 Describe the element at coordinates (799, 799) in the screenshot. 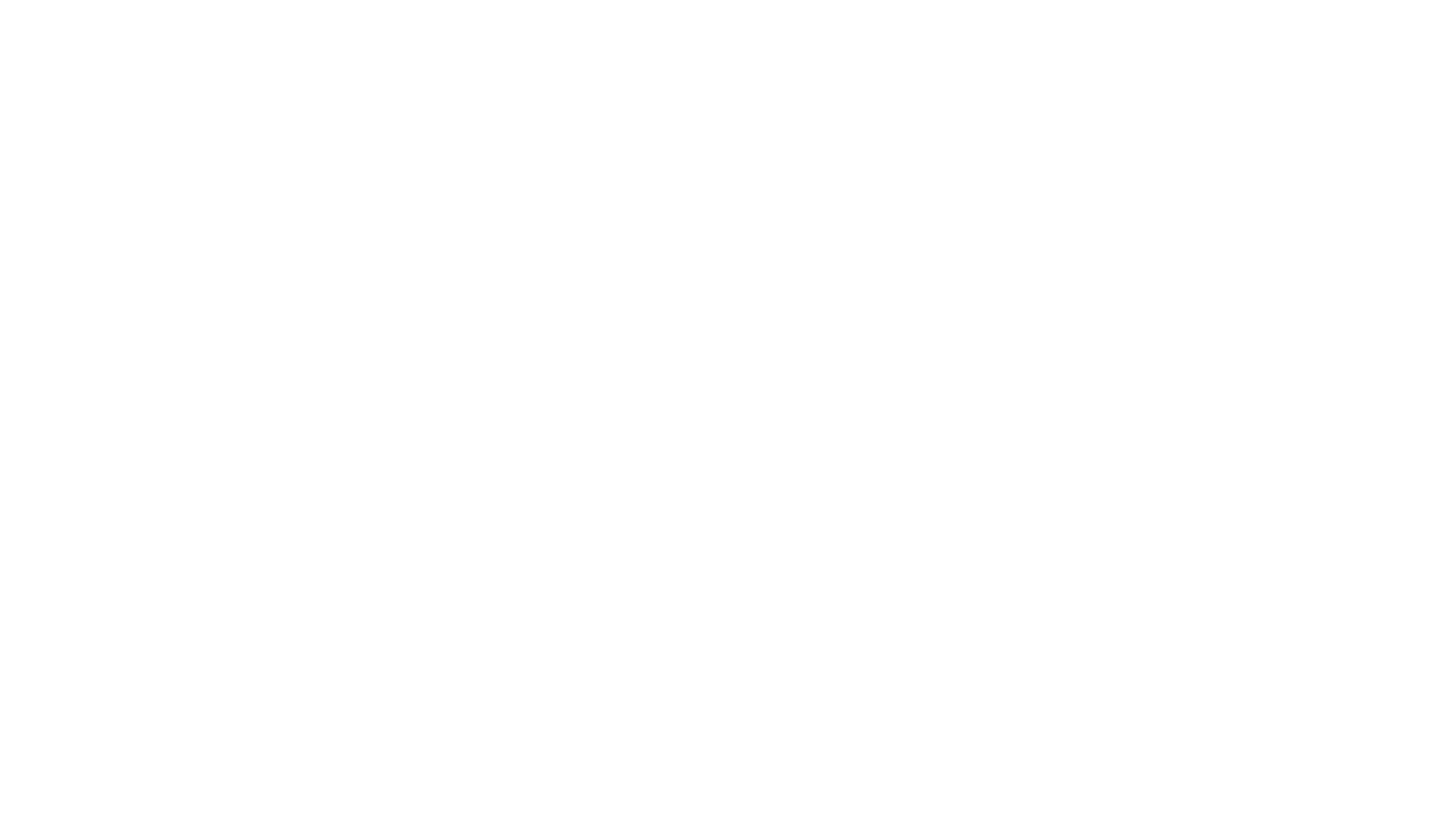

I see `'Cloudflare'` at that location.